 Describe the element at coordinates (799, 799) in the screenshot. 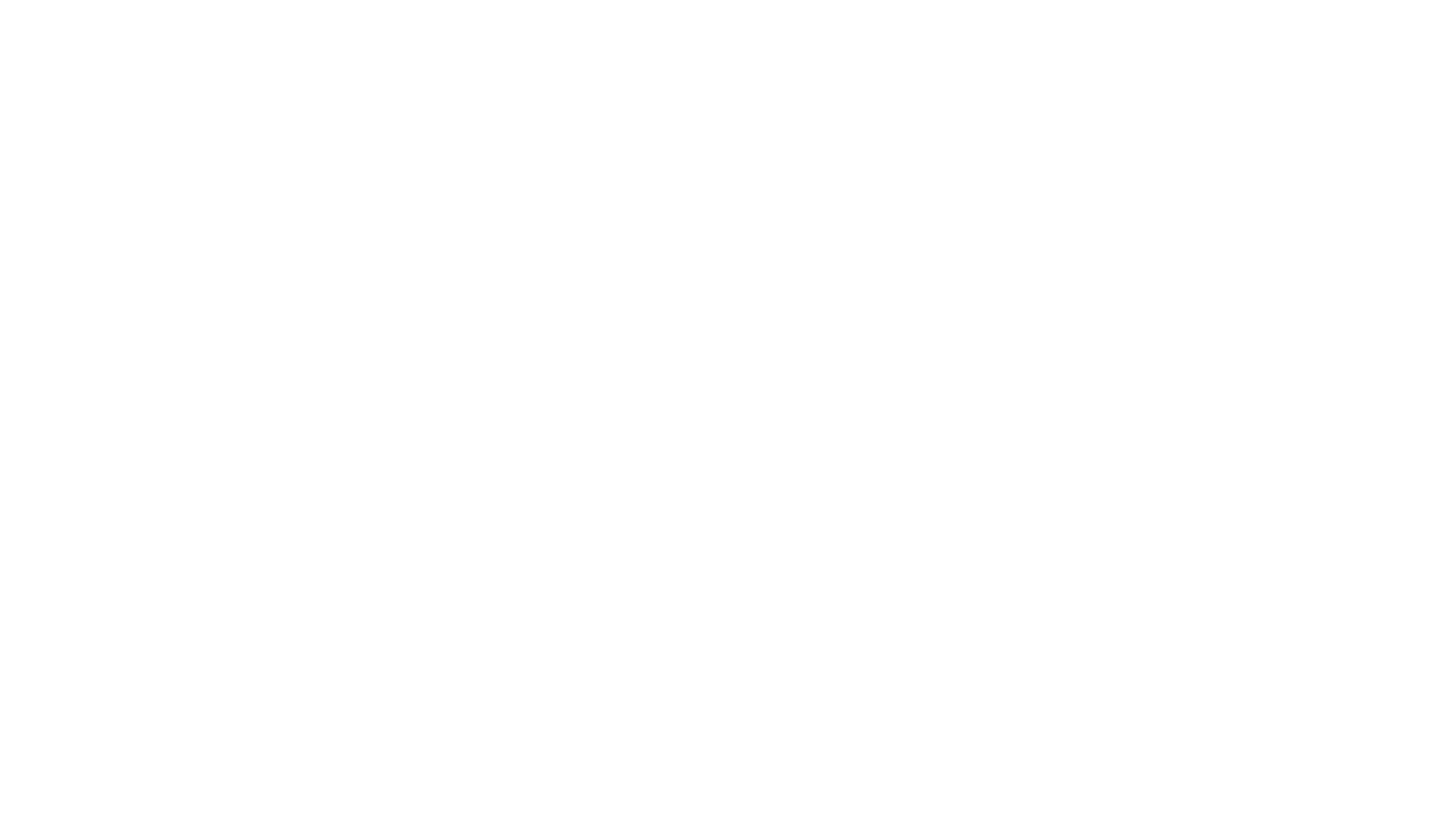

I see `'Cloudflare'` at that location.